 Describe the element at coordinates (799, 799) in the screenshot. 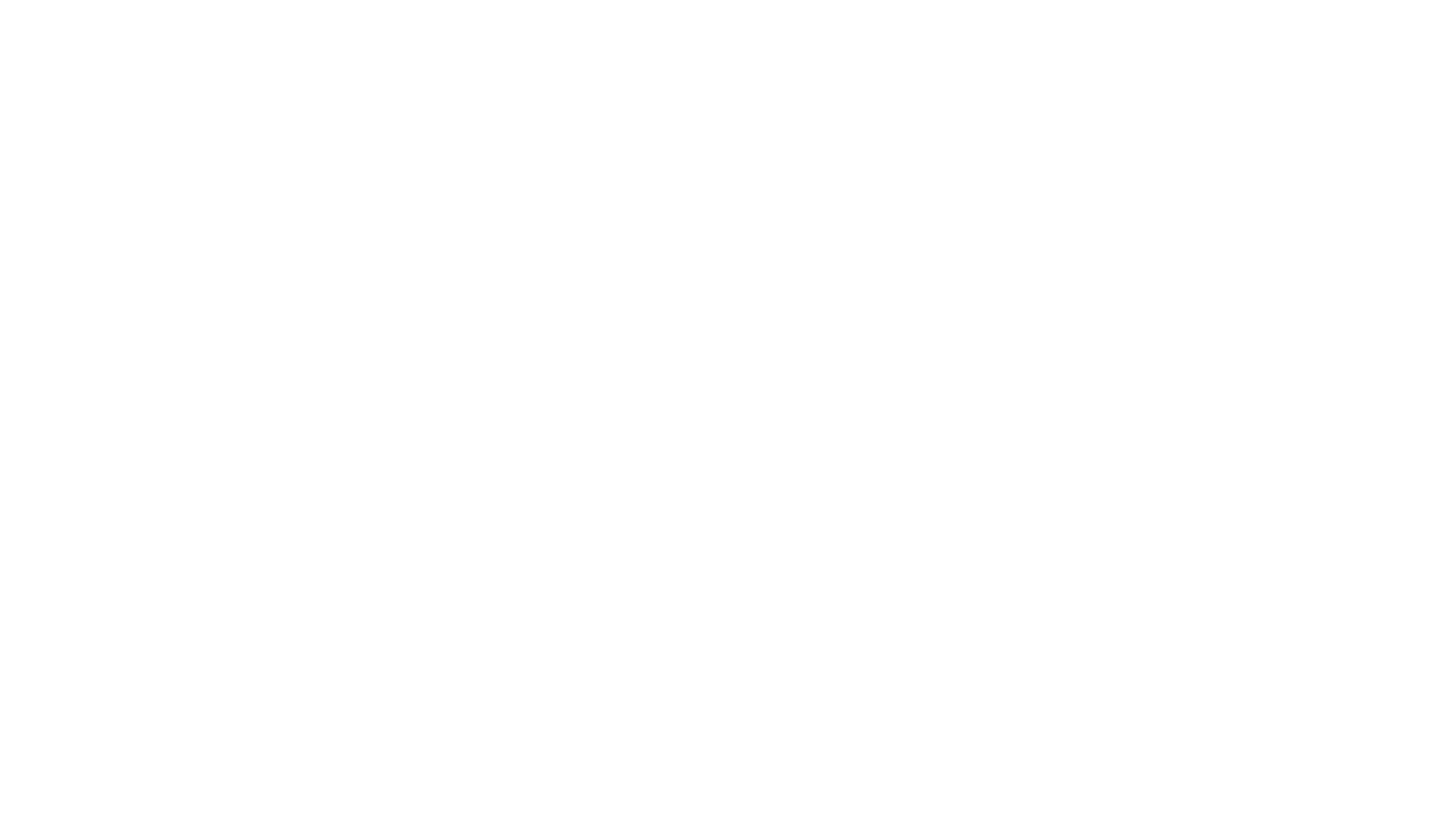

I see `'Cloudflare'` at that location.